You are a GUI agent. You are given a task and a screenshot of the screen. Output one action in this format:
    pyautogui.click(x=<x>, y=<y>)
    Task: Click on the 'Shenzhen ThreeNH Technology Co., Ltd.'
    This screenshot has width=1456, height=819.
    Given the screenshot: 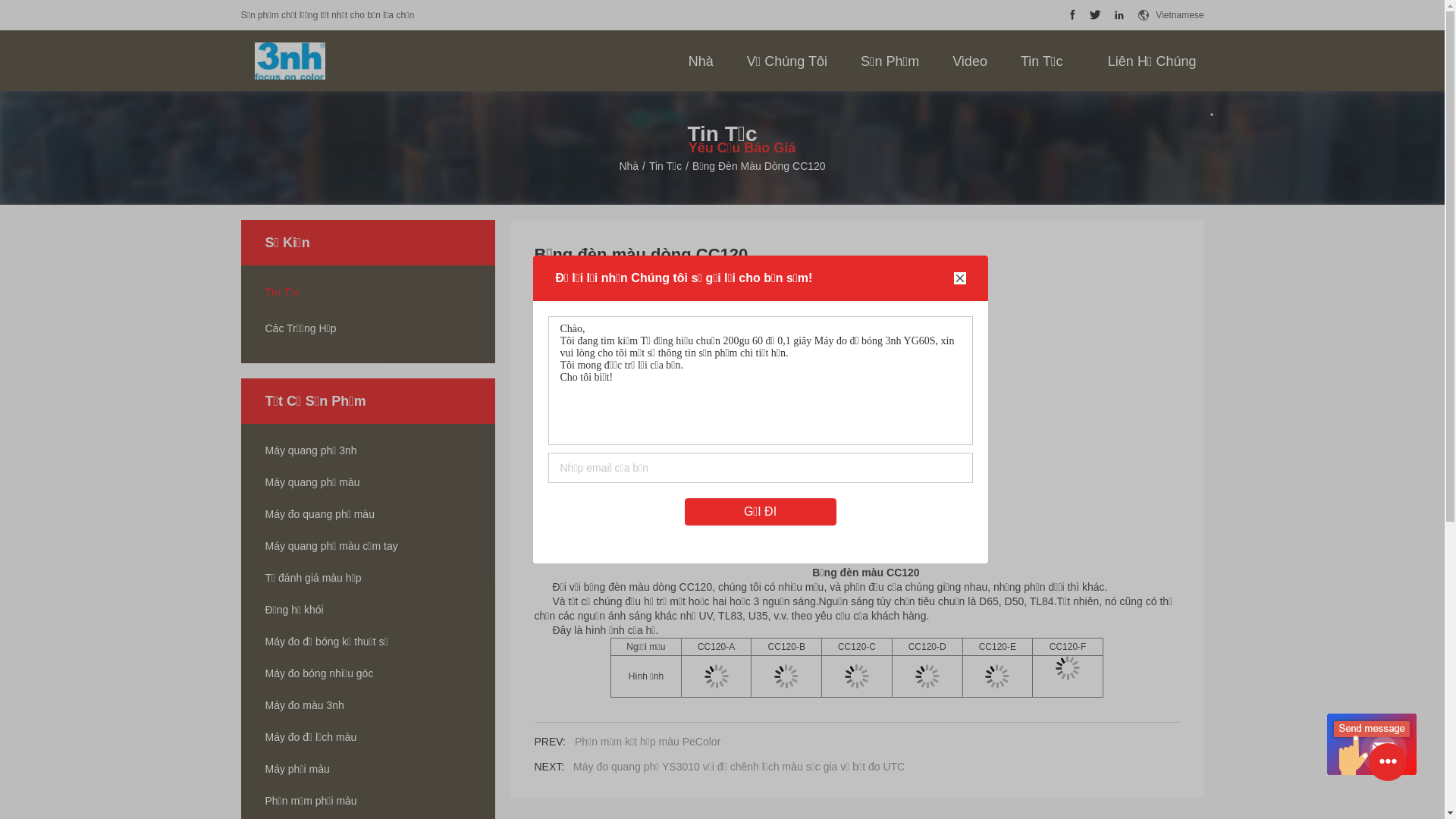 What is the action you would take?
    pyautogui.click(x=290, y=60)
    